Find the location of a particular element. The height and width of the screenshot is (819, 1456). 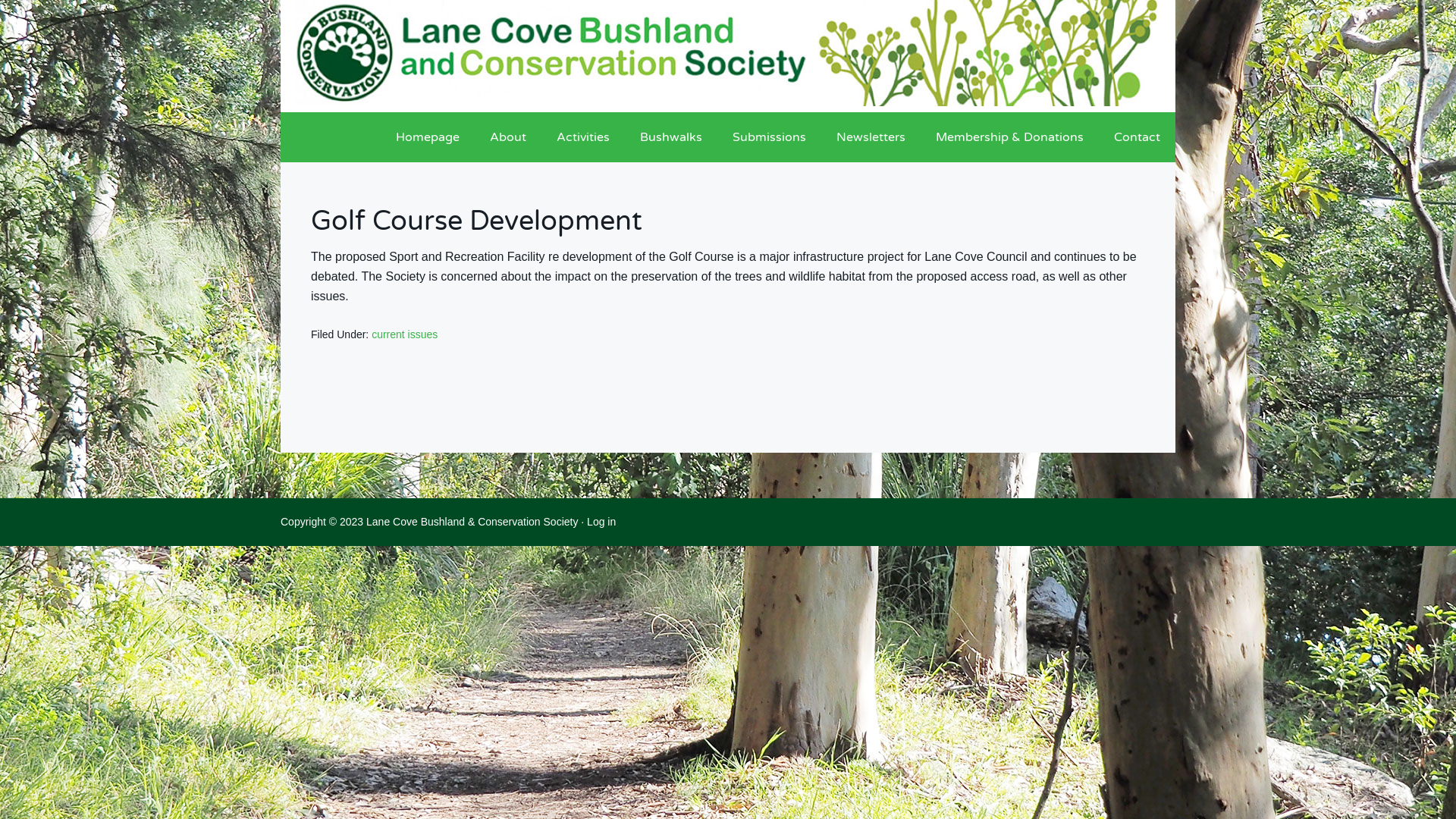

'current issues' is located at coordinates (404, 333).